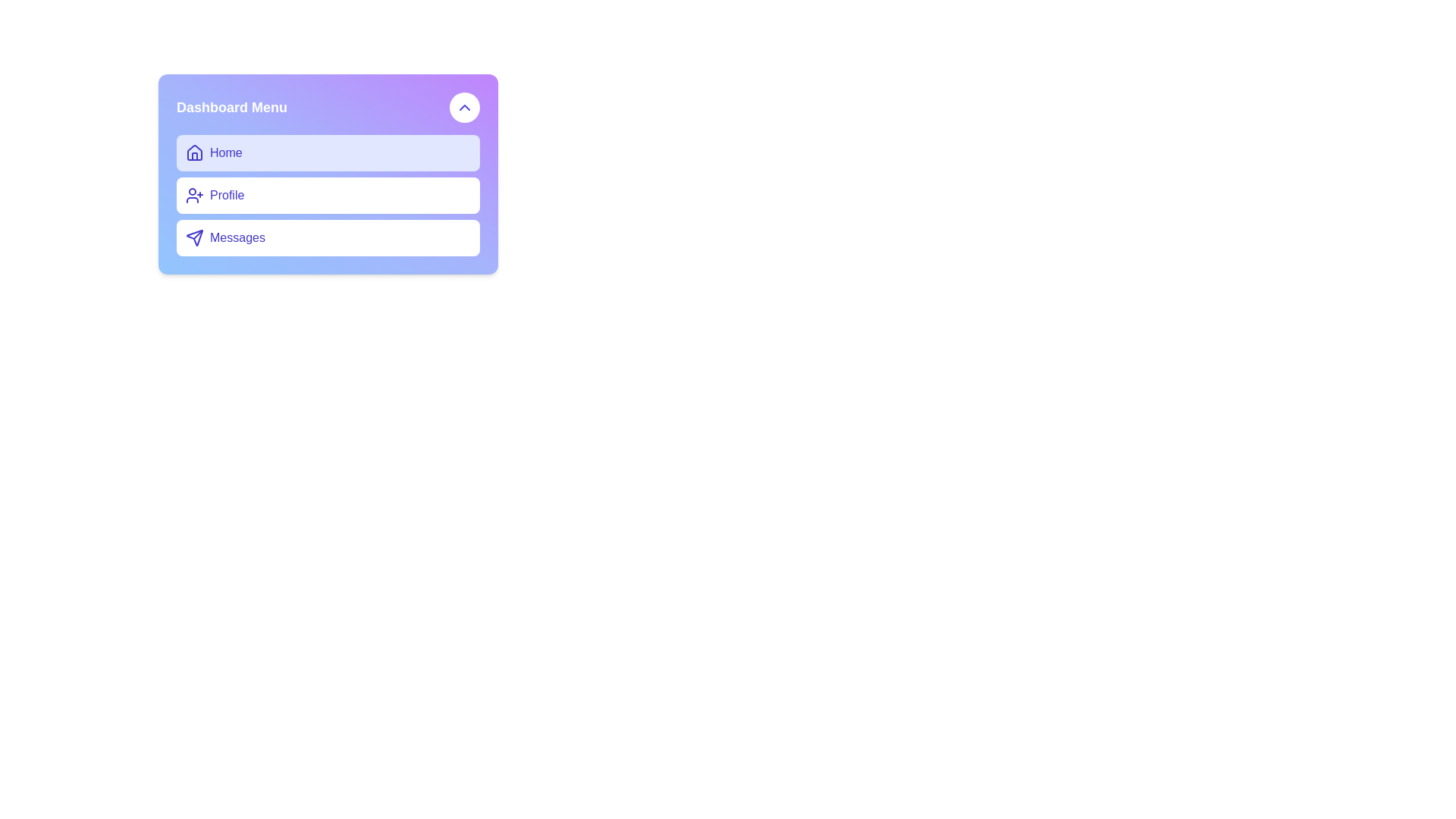 The image size is (1456, 819). I want to click on the circular button with a white background and a blue upward arrow icon located in the top-right corner of the Dashboard Menu, so click(464, 107).